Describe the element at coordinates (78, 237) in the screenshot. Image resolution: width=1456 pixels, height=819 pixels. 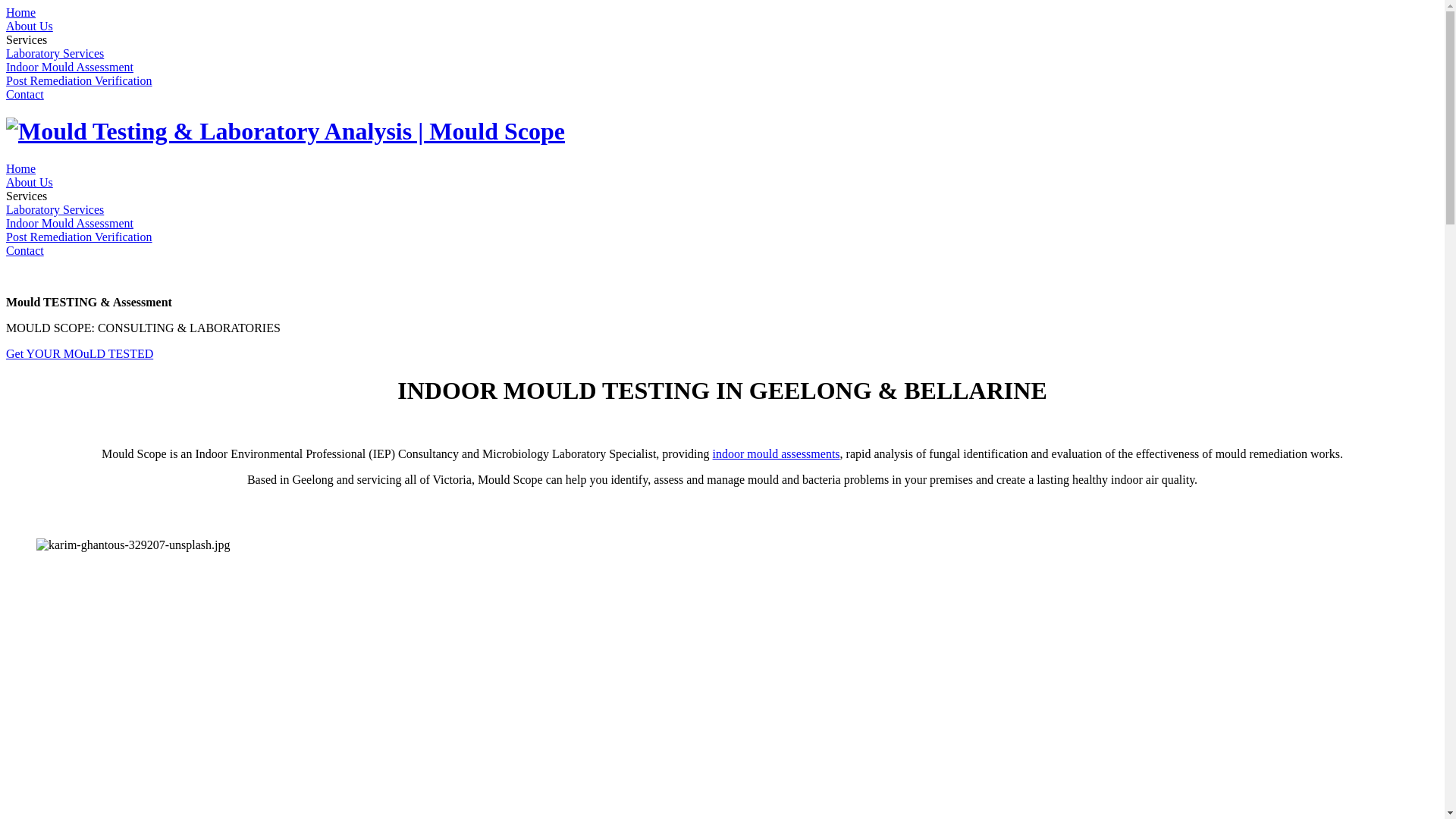
I see `'Post Remediation Verification'` at that location.